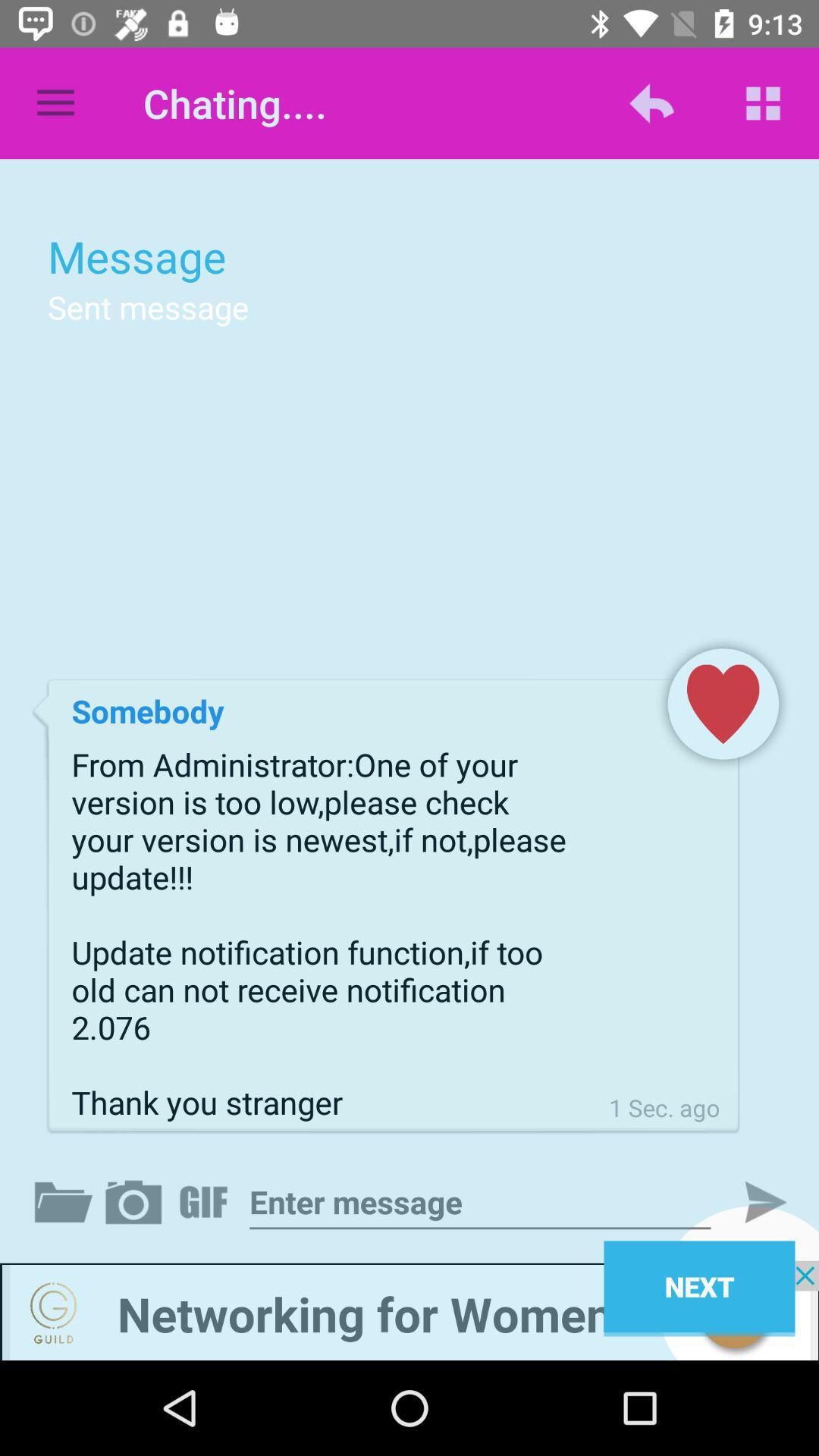 Image resolution: width=819 pixels, height=1456 pixels. I want to click on advertisements, so click(409, 1310).